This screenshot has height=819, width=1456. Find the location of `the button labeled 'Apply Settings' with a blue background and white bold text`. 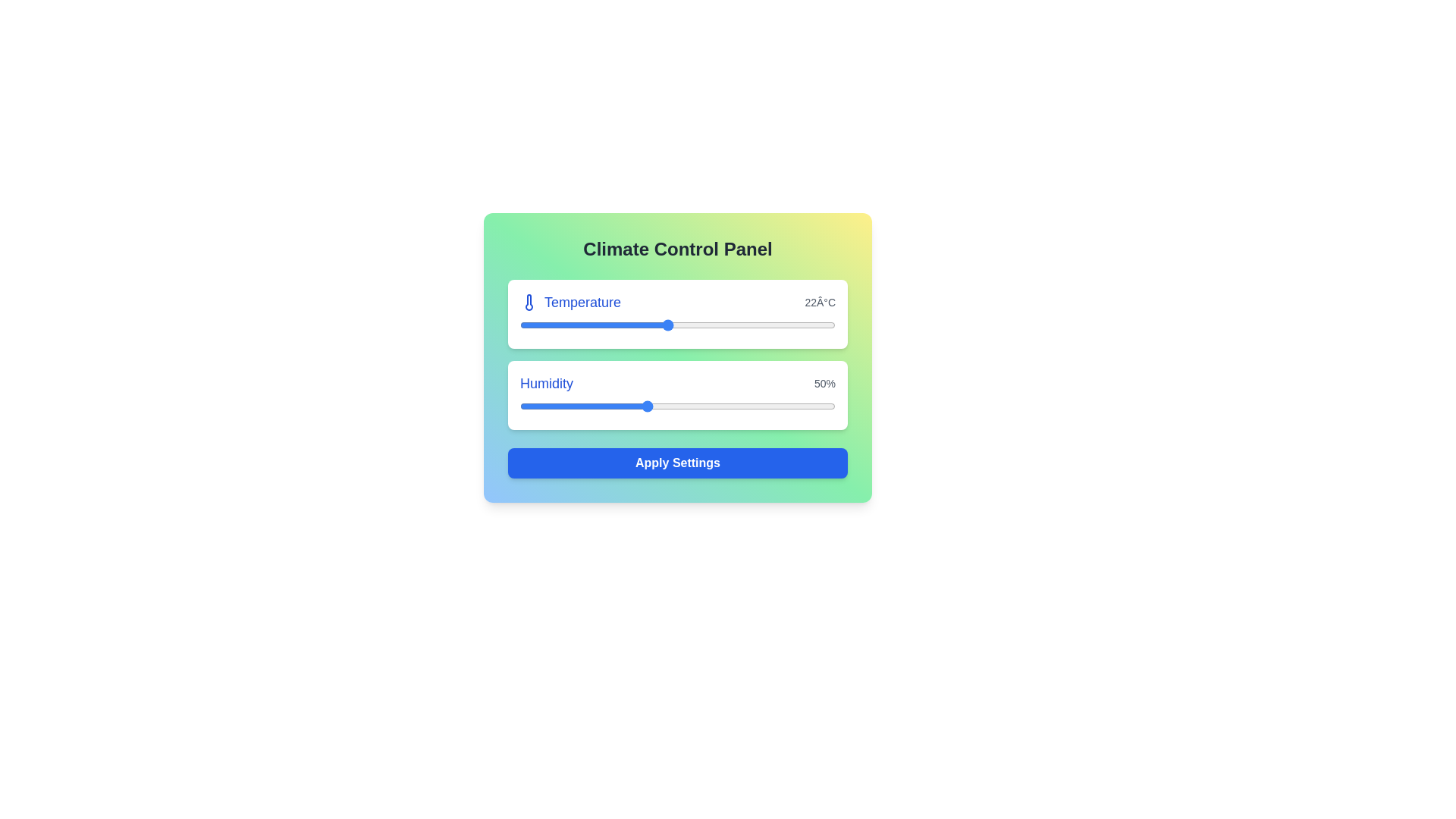

the button labeled 'Apply Settings' with a blue background and white bold text is located at coordinates (676, 462).